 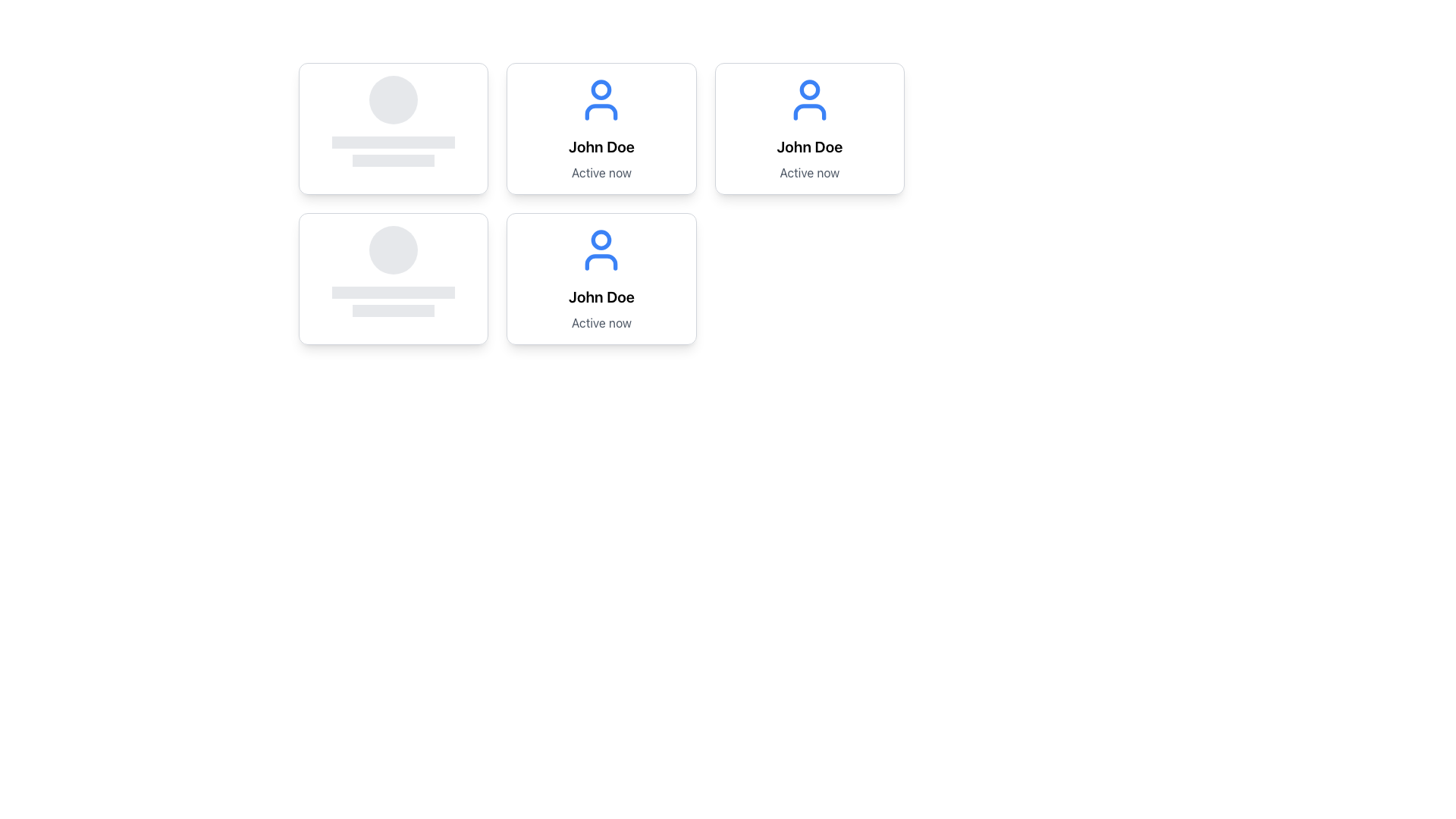 What do you see at coordinates (601, 99) in the screenshot?
I see `the blue-colored user icon, which is a circular head and torso-shaped graphical element located in the upper-right card of a 2-row, 3-column grid, above the name 'John Doe' and the status 'Active now'` at bounding box center [601, 99].